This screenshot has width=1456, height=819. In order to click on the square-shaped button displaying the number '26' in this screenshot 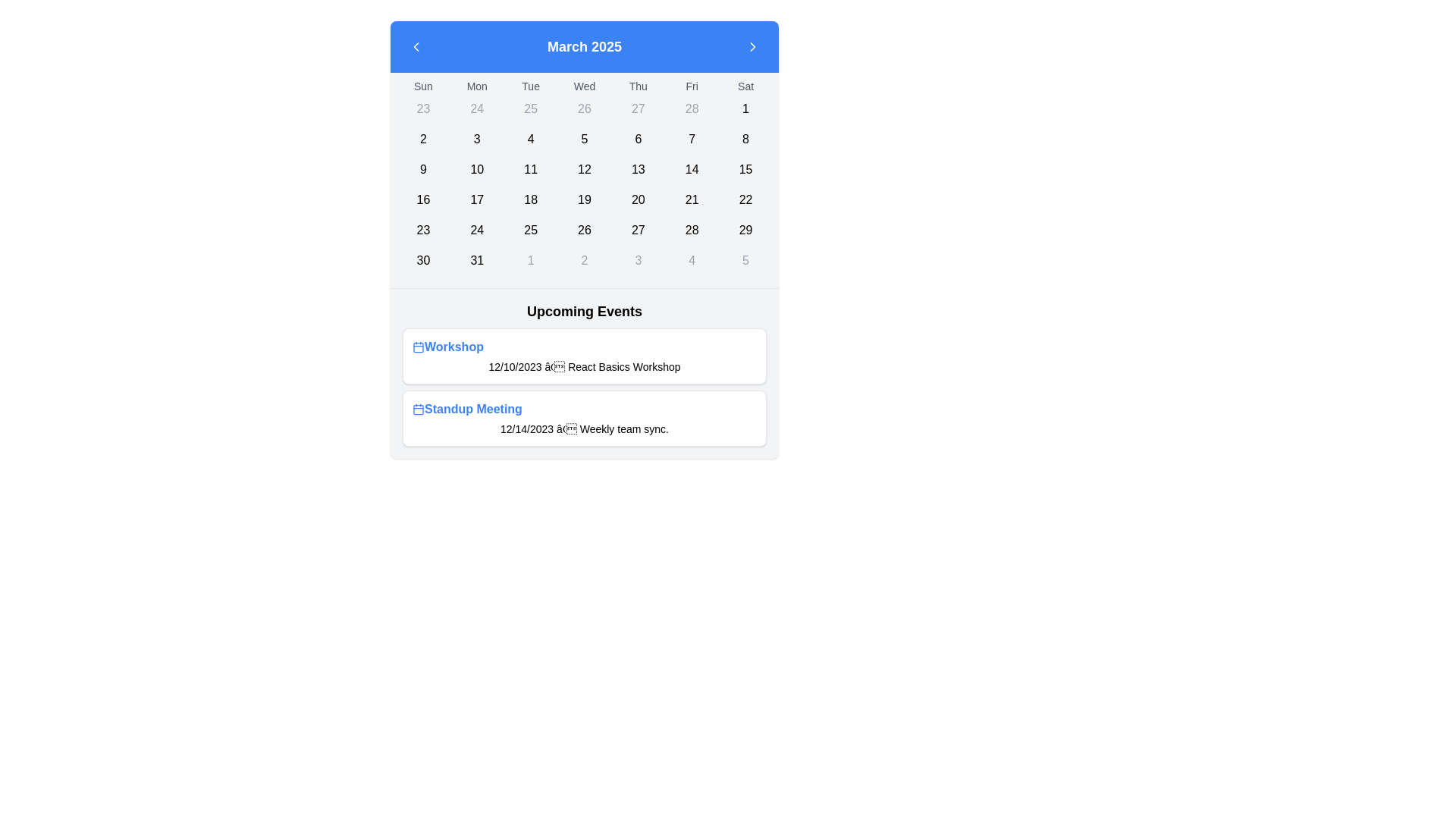, I will do `click(584, 231)`.